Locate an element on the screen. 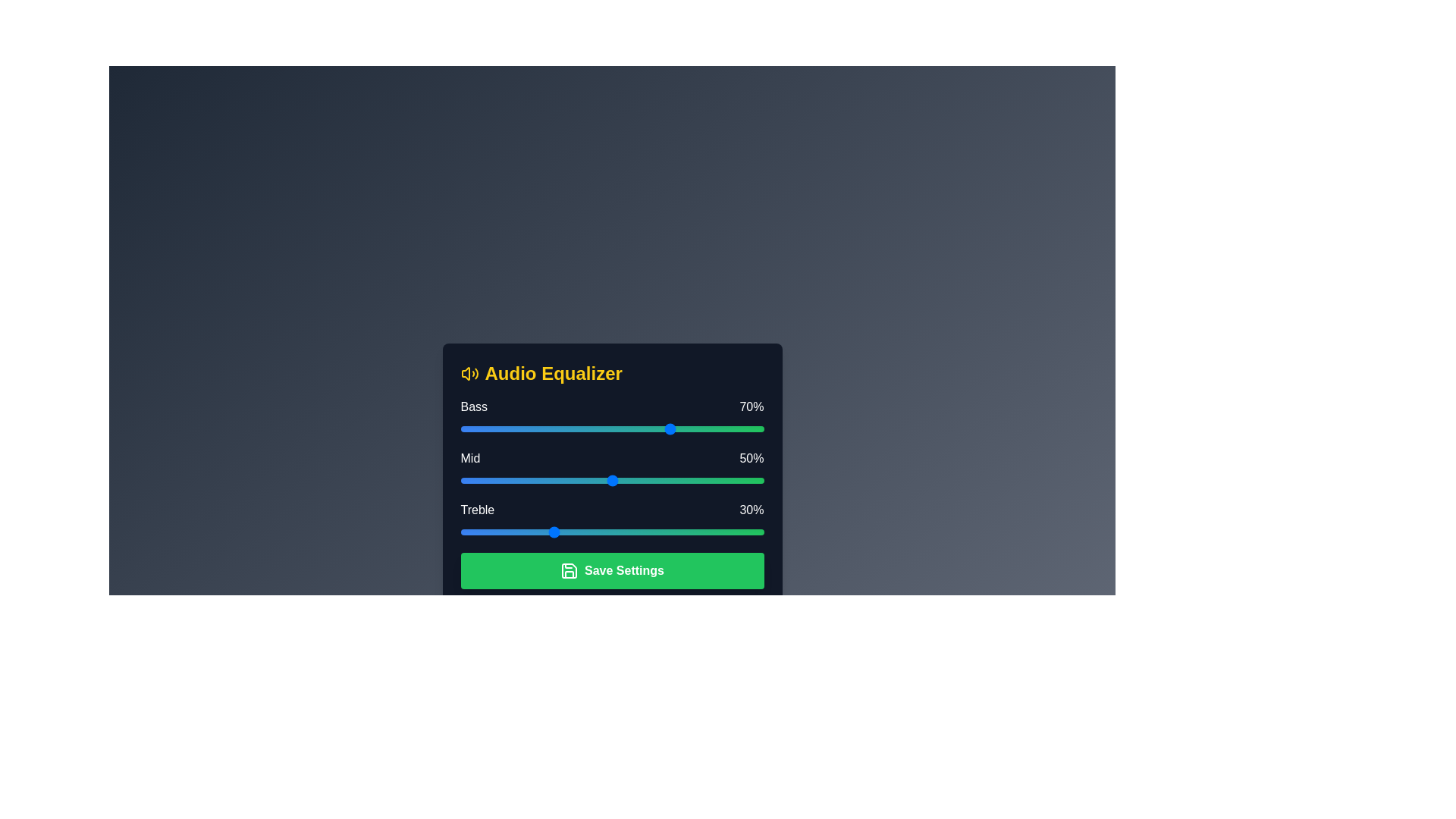  the 1 slider to 95% and observe the visual feedback is located at coordinates (748, 480).